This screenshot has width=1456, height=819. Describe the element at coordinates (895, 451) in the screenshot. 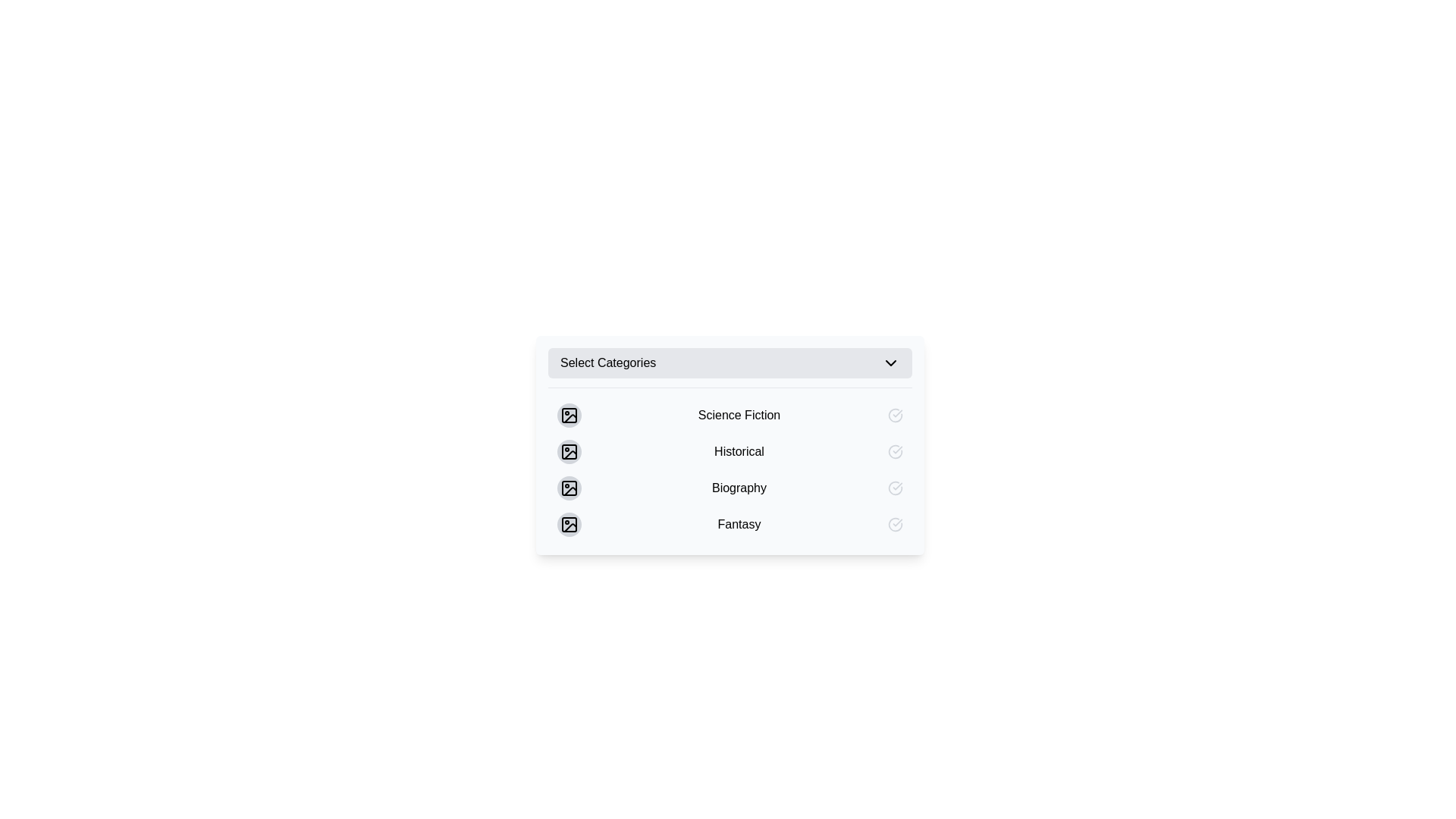

I see `the grayish circular SVG icon representing a checkmark in the 'Historical' category selection row` at that location.